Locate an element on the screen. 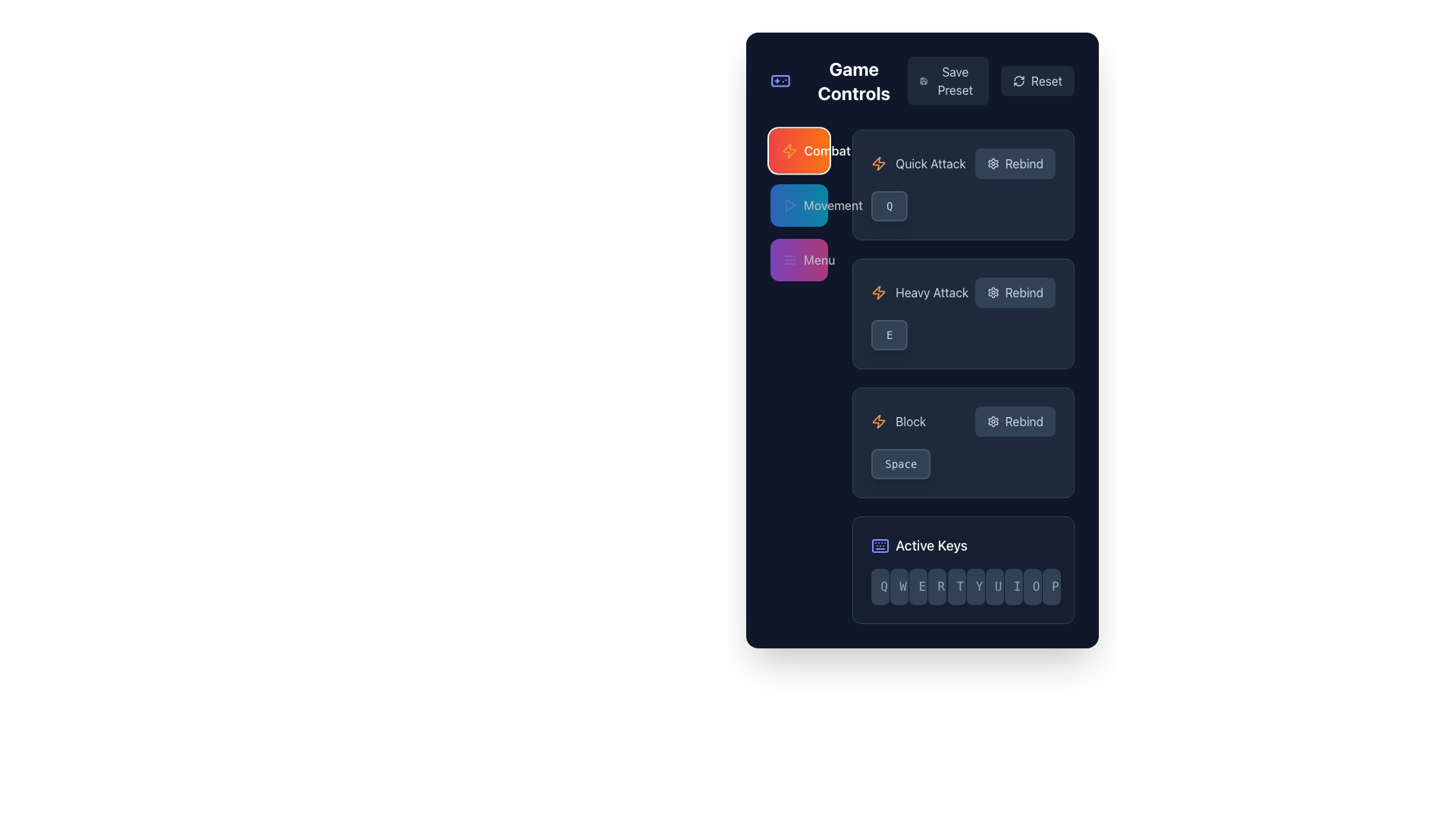 The width and height of the screenshot is (1456, 819). the orange-colored lightning bolt icon representing energy or action, located within the 'Combat' button on the left-hand side of the interface is located at coordinates (879, 164).